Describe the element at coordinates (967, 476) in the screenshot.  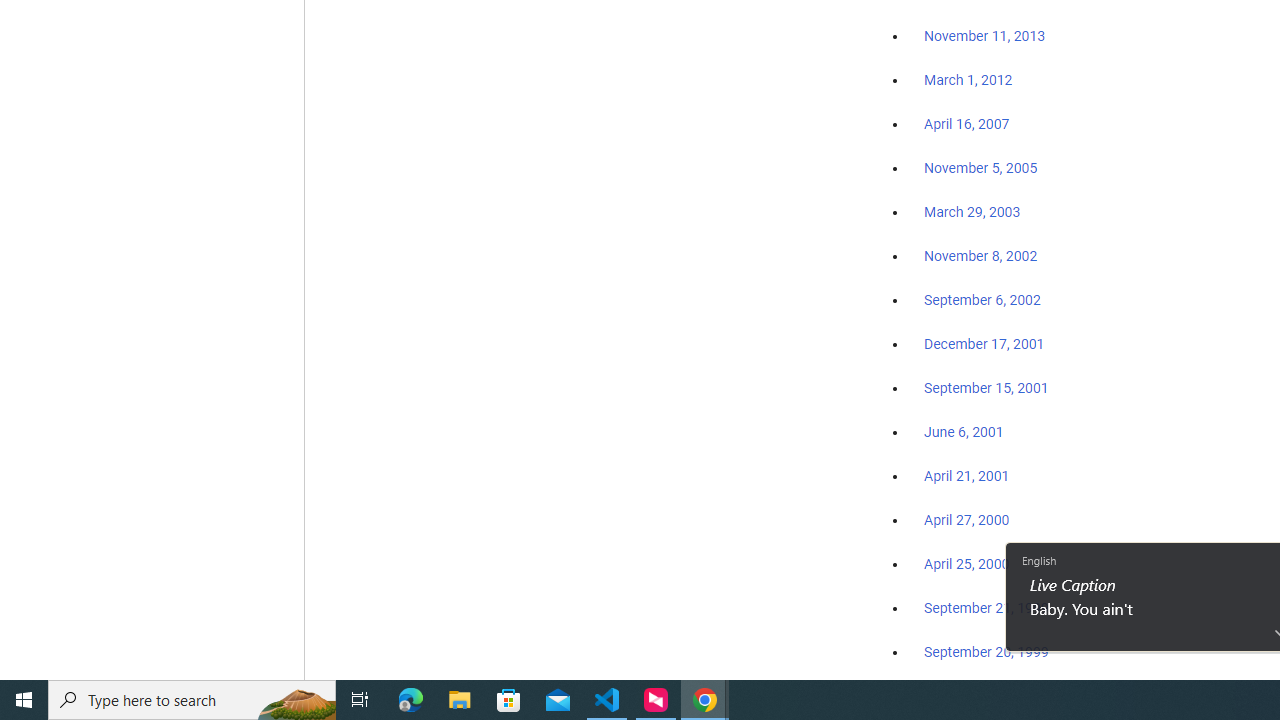
I see `'April 21, 2001'` at that location.